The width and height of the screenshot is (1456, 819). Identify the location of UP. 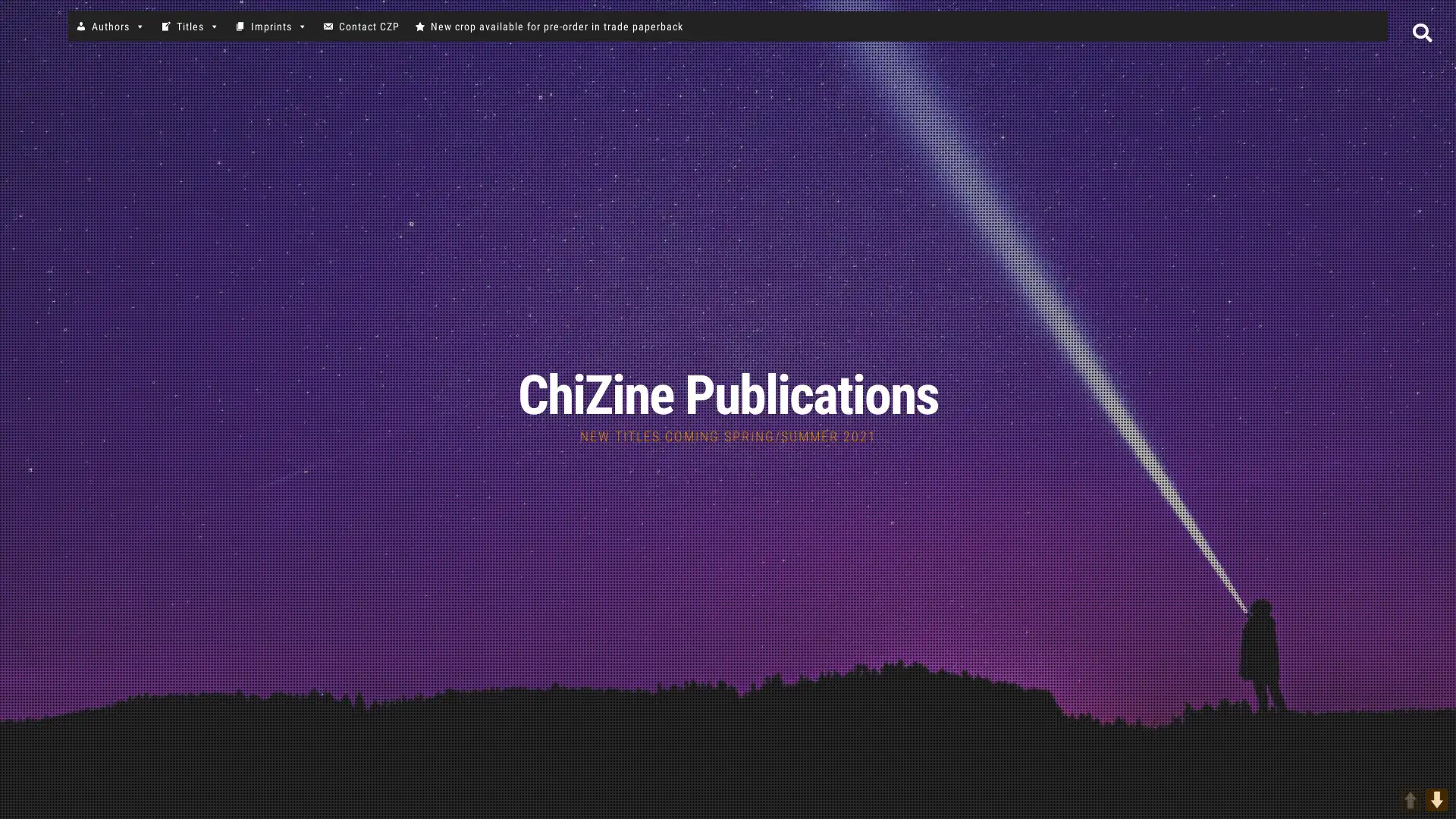
(1410, 799).